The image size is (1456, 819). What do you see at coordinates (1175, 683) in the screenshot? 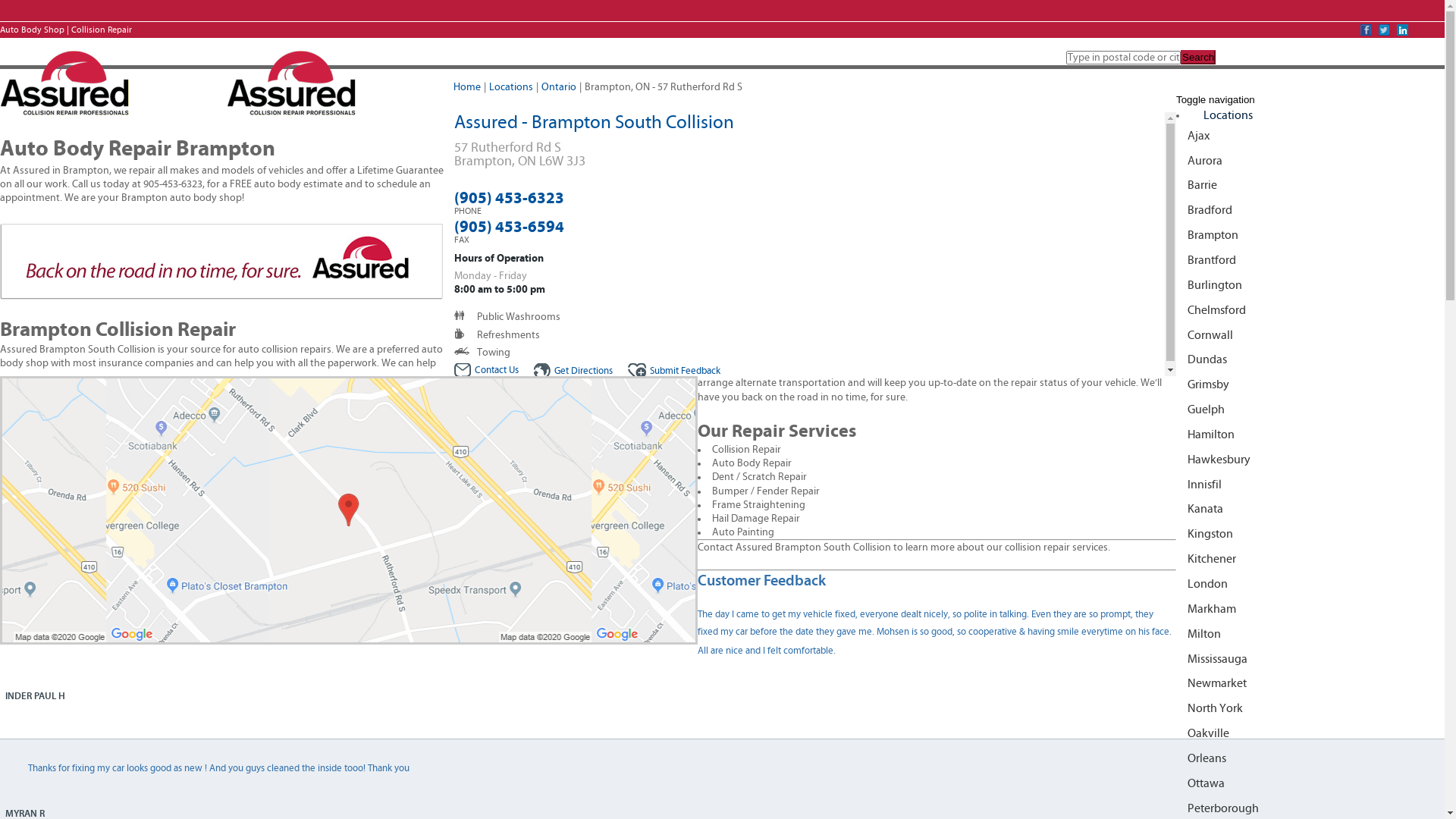
I see `'Newmarket'` at bounding box center [1175, 683].